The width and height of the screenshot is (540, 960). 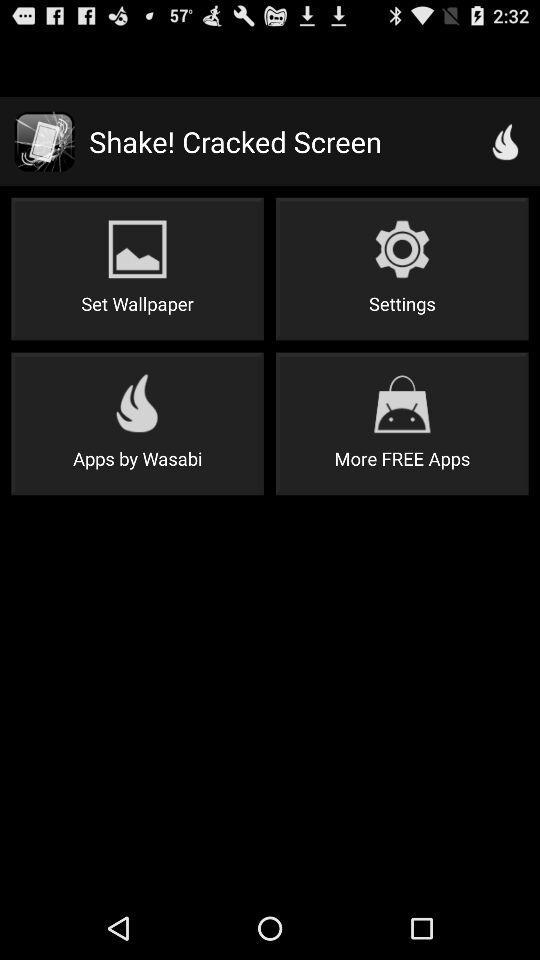 What do you see at coordinates (402, 423) in the screenshot?
I see `the icon next to apps by wasabi icon` at bounding box center [402, 423].